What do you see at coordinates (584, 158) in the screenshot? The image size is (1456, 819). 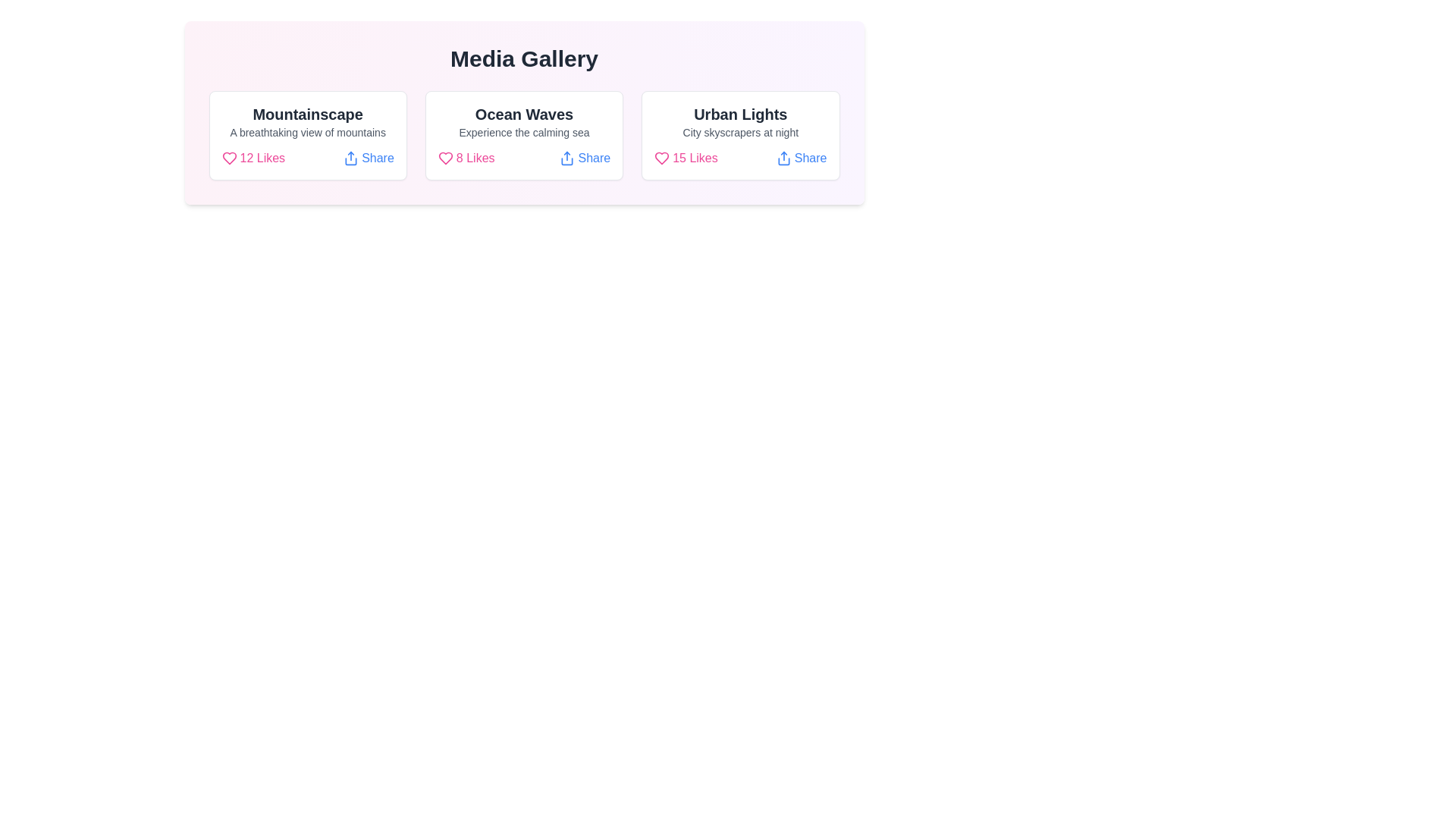 I see `the 'Share' button for the item titled 'Ocean Waves'` at bounding box center [584, 158].